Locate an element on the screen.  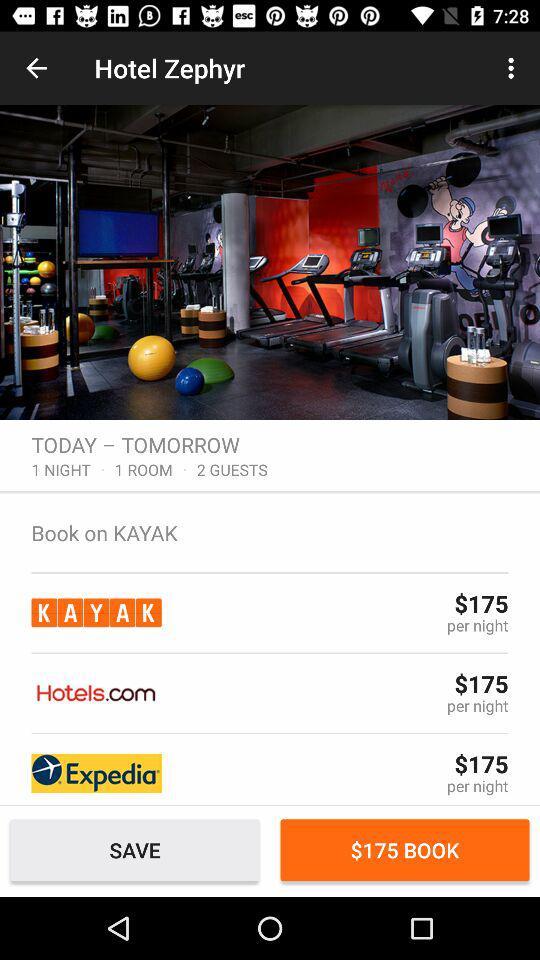
the item to the right of hotel zephyr item is located at coordinates (513, 68).